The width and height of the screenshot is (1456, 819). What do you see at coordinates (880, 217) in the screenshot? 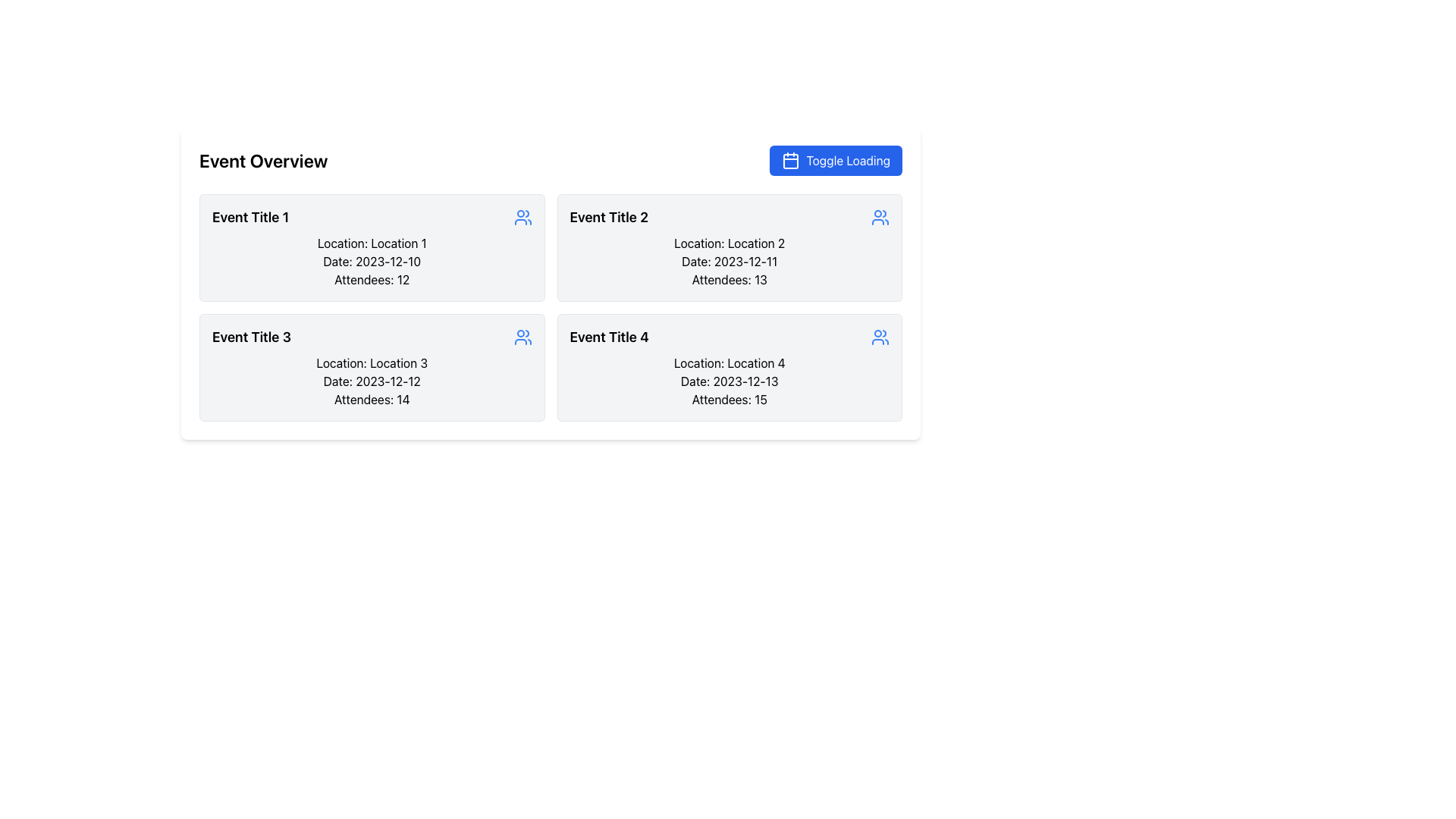
I see `the blue icon depicting two stylized human figures located in the header section of the Event Title 2 card, which is positioned to the upper-right side of the card` at bounding box center [880, 217].